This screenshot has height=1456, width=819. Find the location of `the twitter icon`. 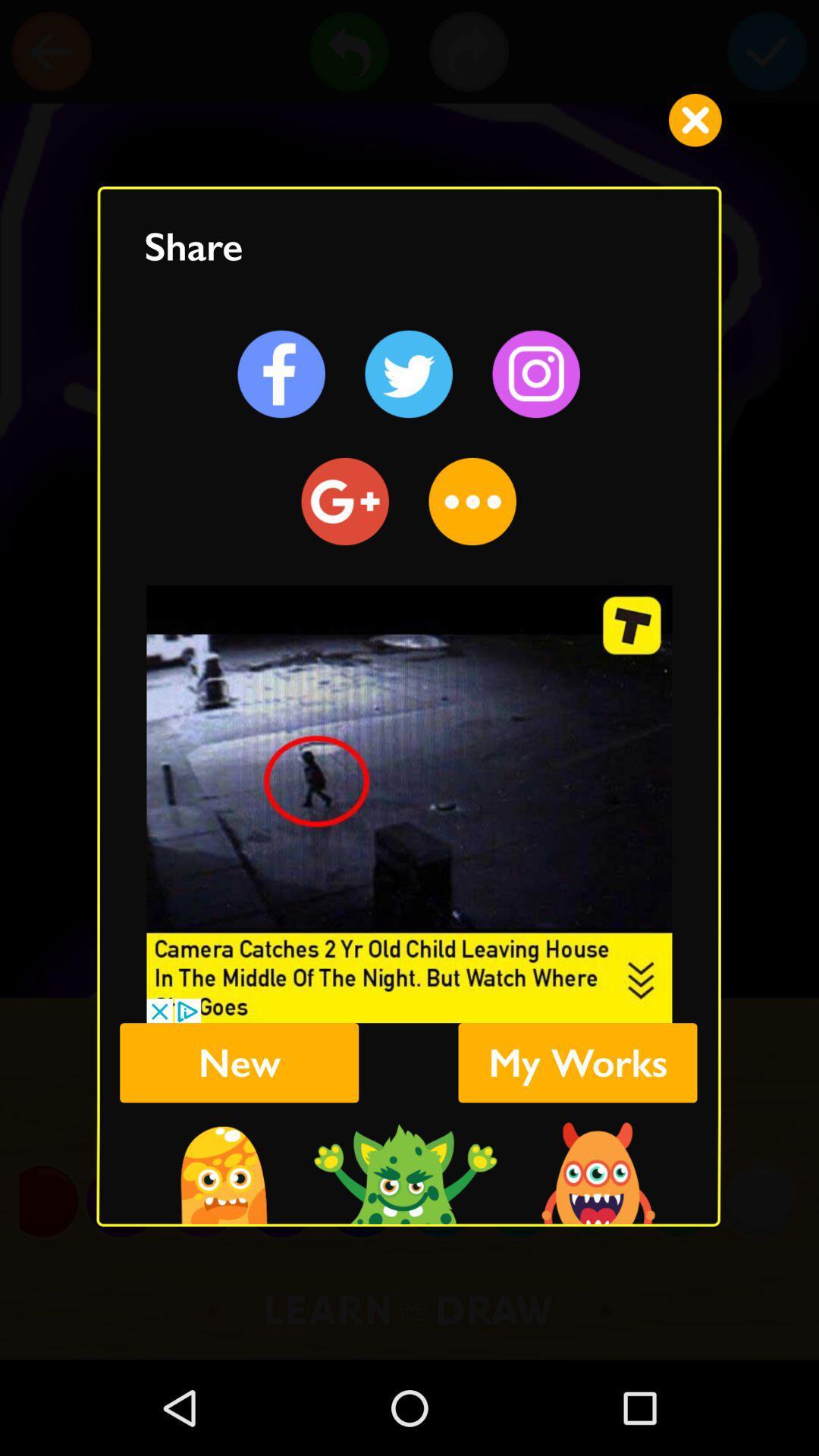

the twitter icon is located at coordinates (408, 374).